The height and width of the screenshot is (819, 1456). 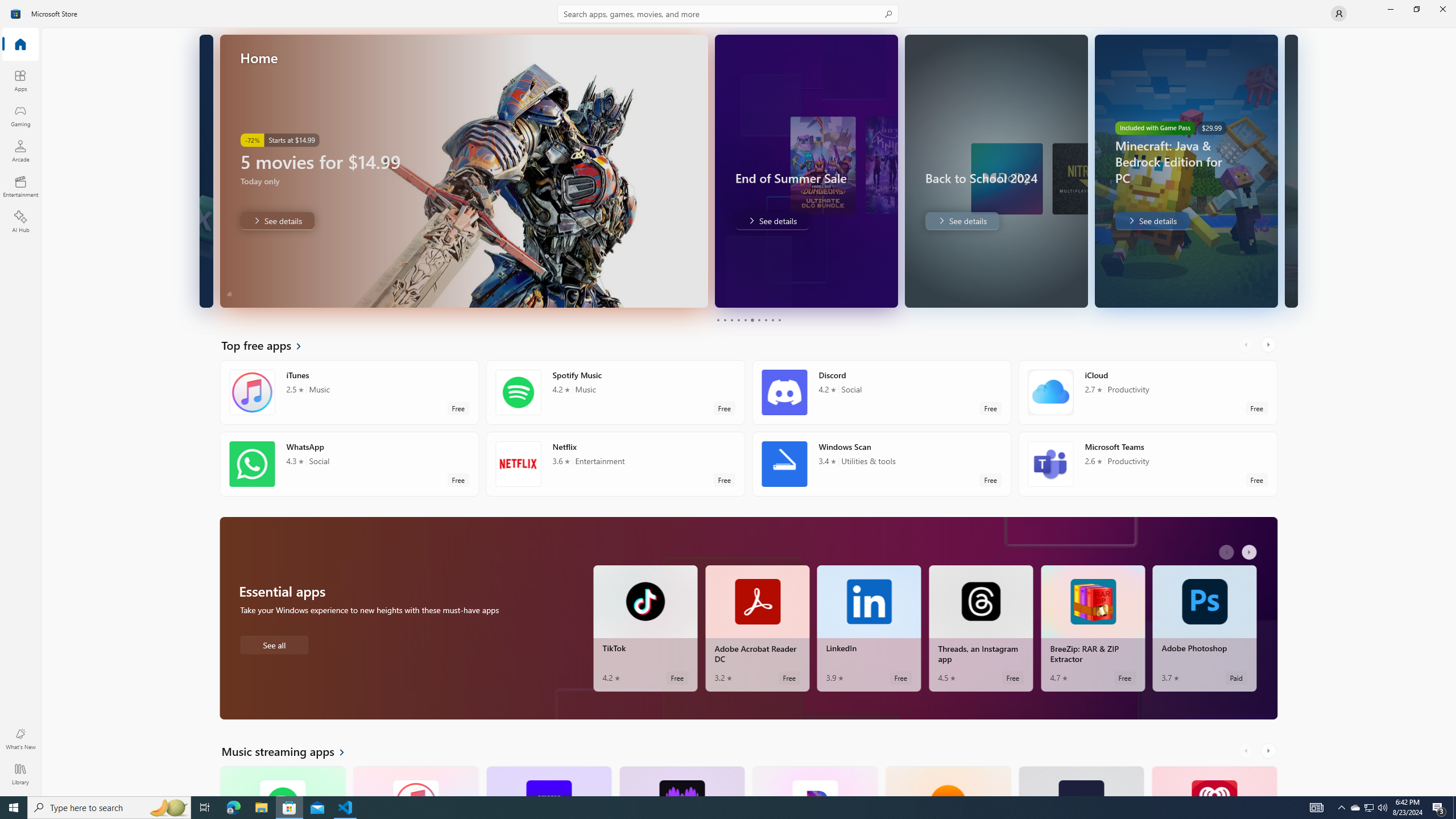 What do you see at coordinates (744, 320) in the screenshot?
I see `'Page 5'` at bounding box center [744, 320].